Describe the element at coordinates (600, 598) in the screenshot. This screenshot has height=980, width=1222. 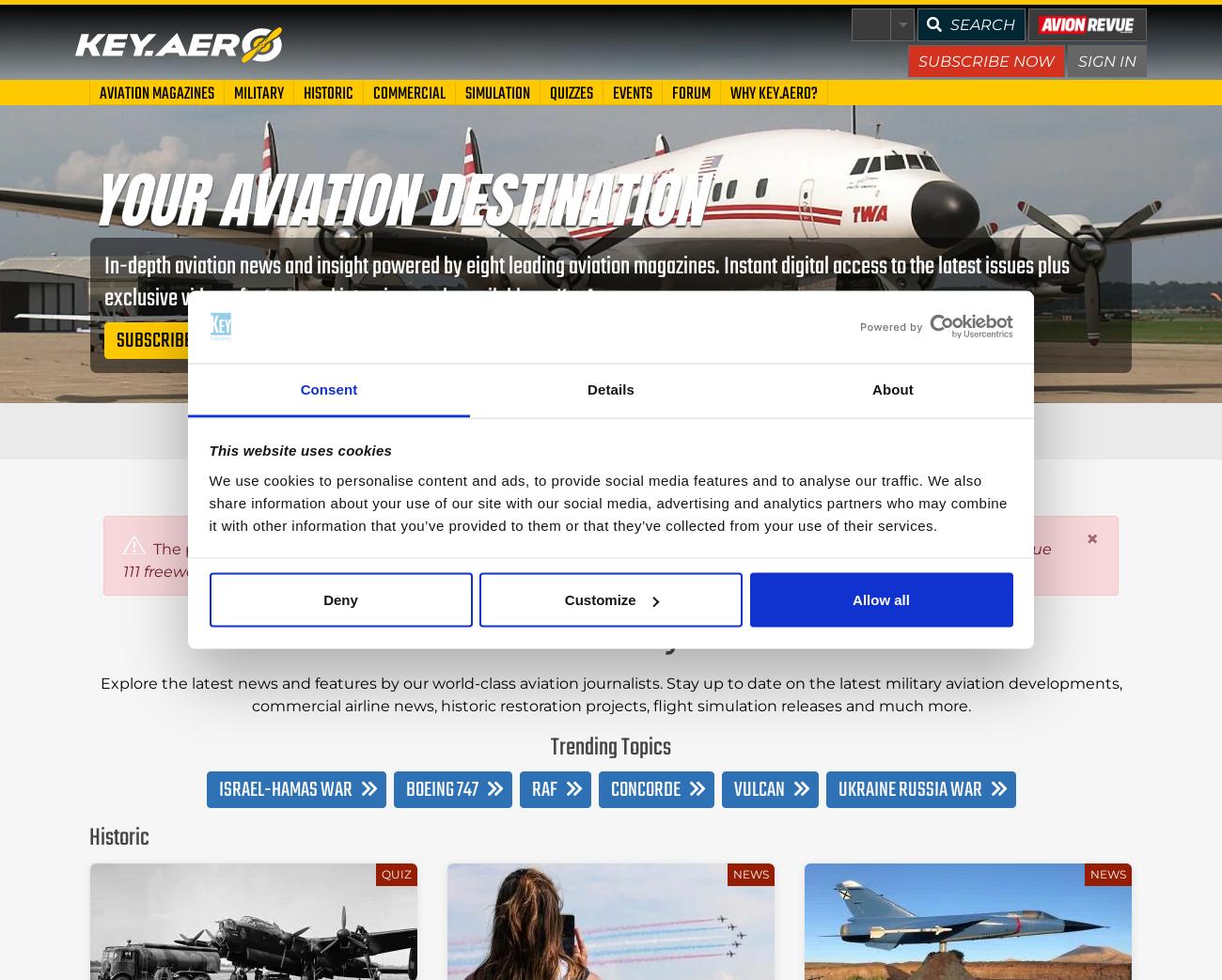
I see `'Customize'` at that location.